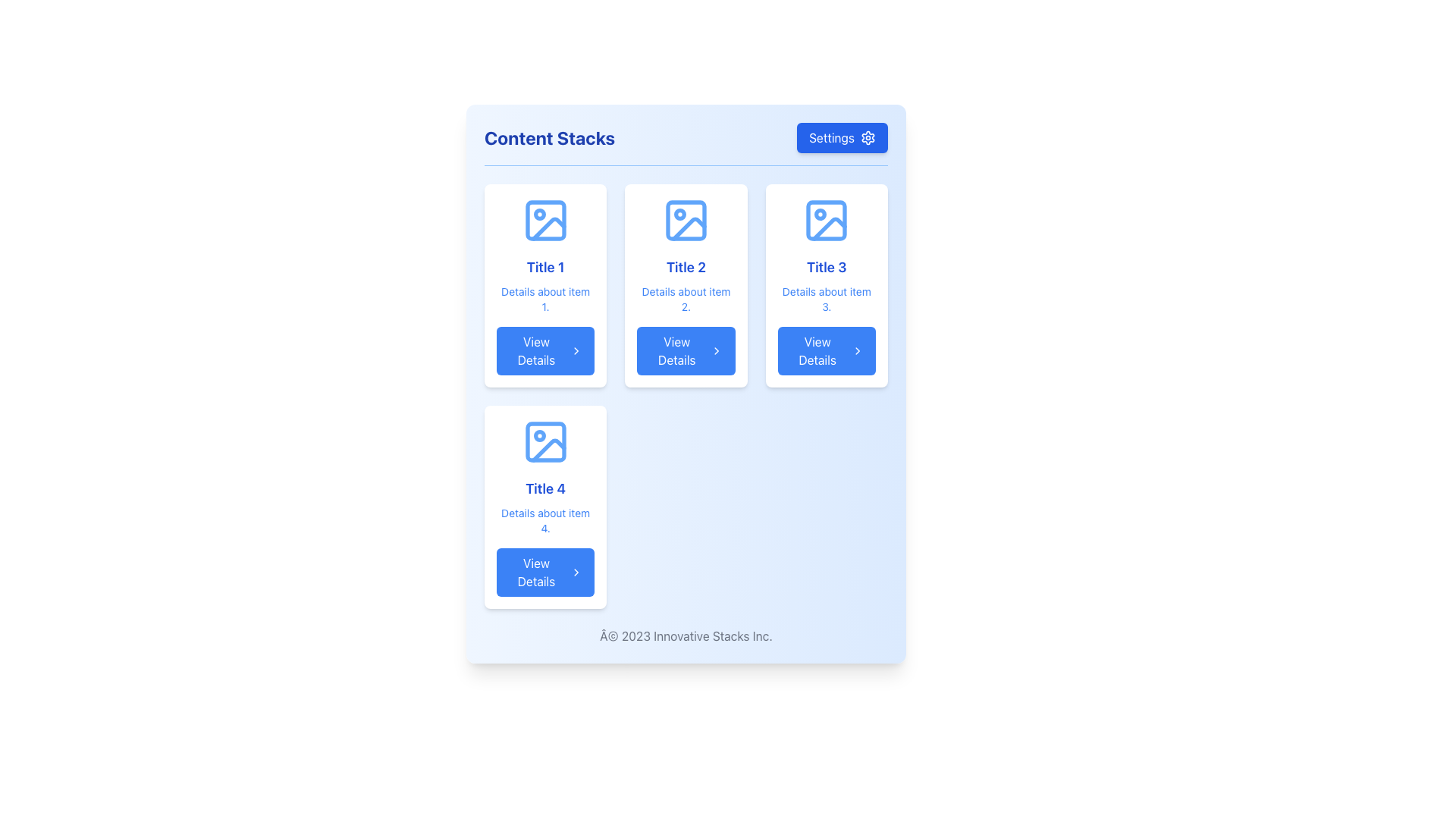 The width and height of the screenshot is (1456, 819). I want to click on the blue button labeled 'View Details' with a chevron icon located at the bottom section of the card titled 'Title 4', so click(545, 573).